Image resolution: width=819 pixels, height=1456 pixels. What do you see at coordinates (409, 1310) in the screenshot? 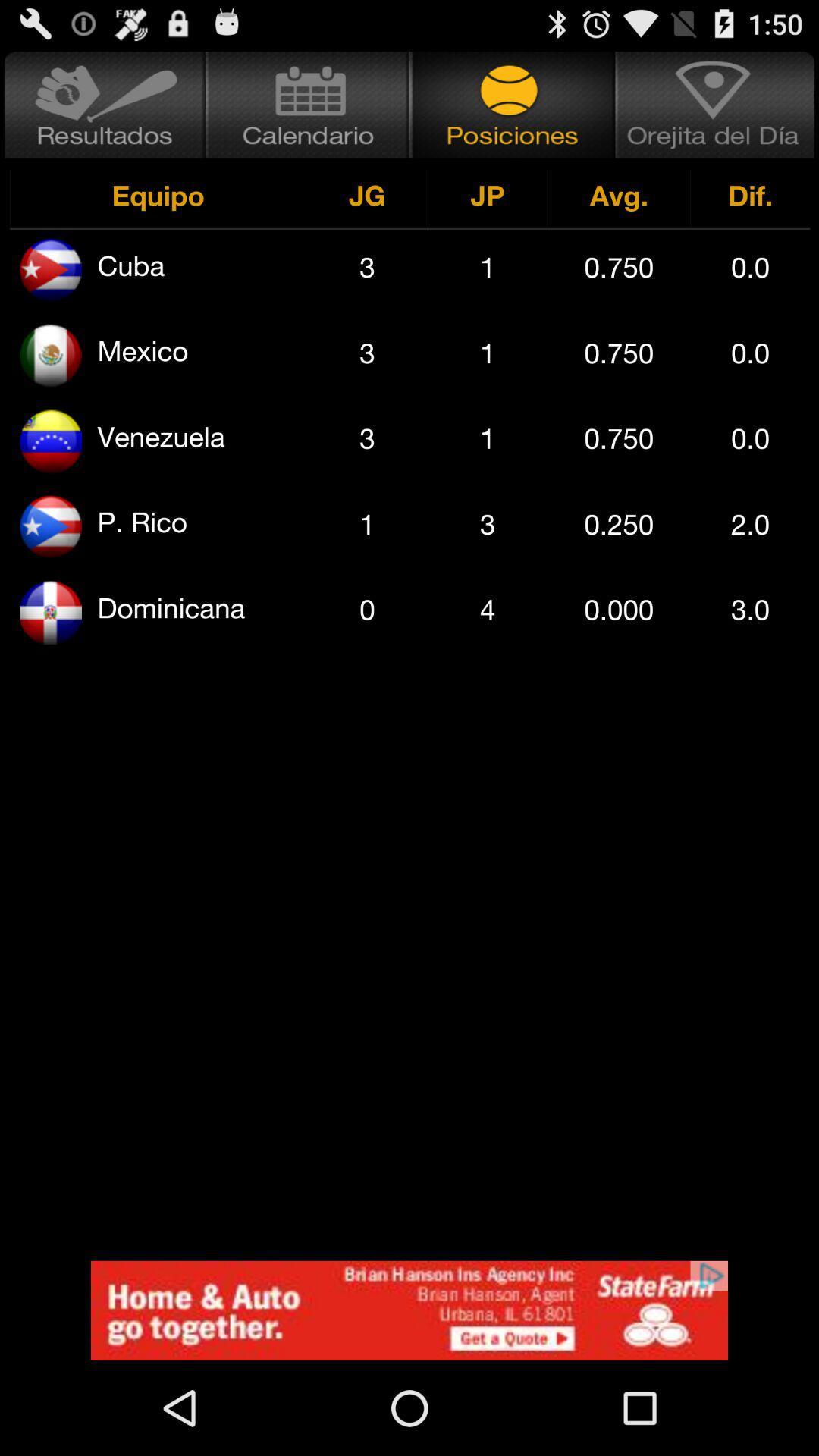
I see `visualizar anncio` at bounding box center [409, 1310].